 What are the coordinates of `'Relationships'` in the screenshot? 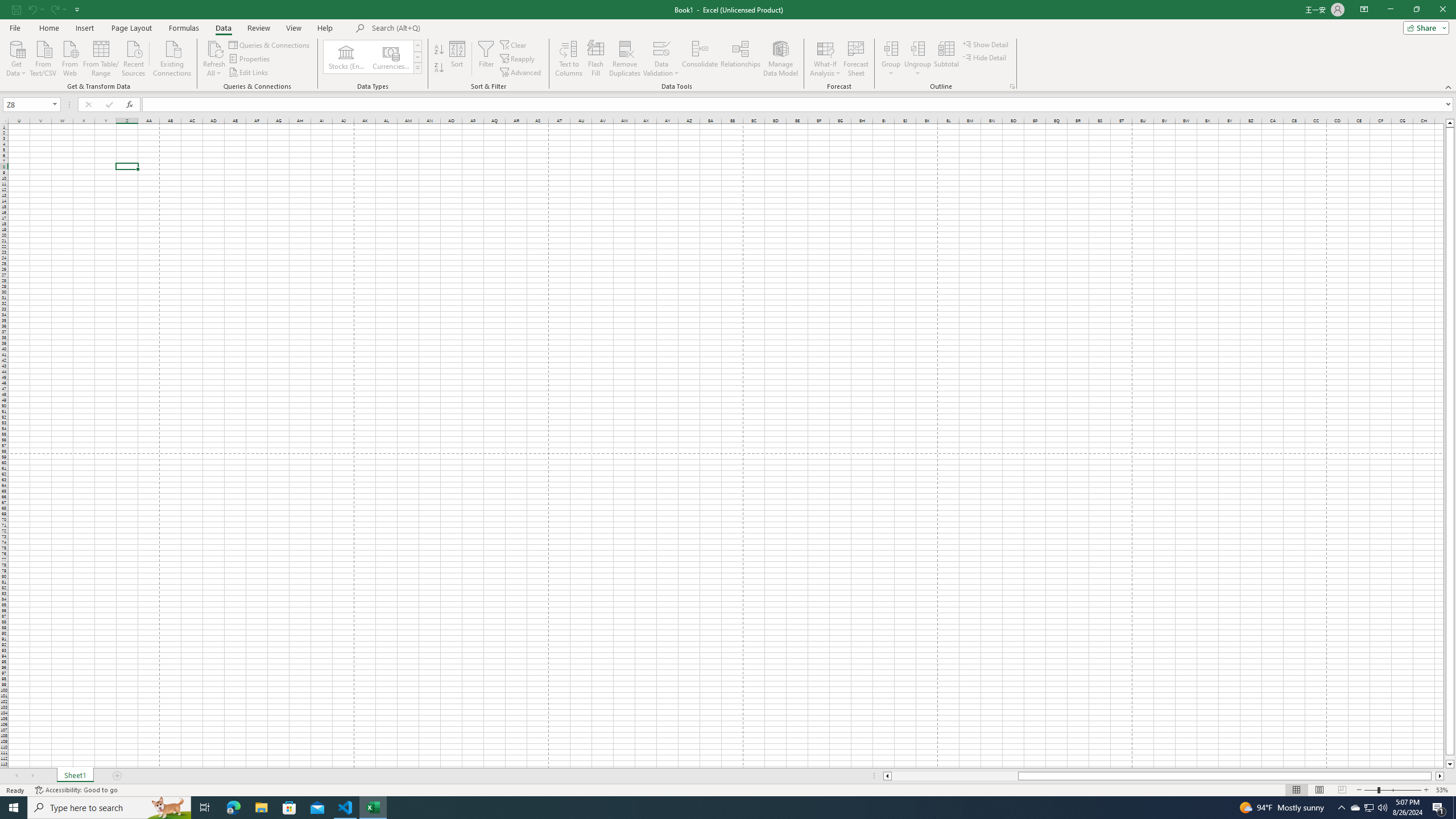 It's located at (739, 59).